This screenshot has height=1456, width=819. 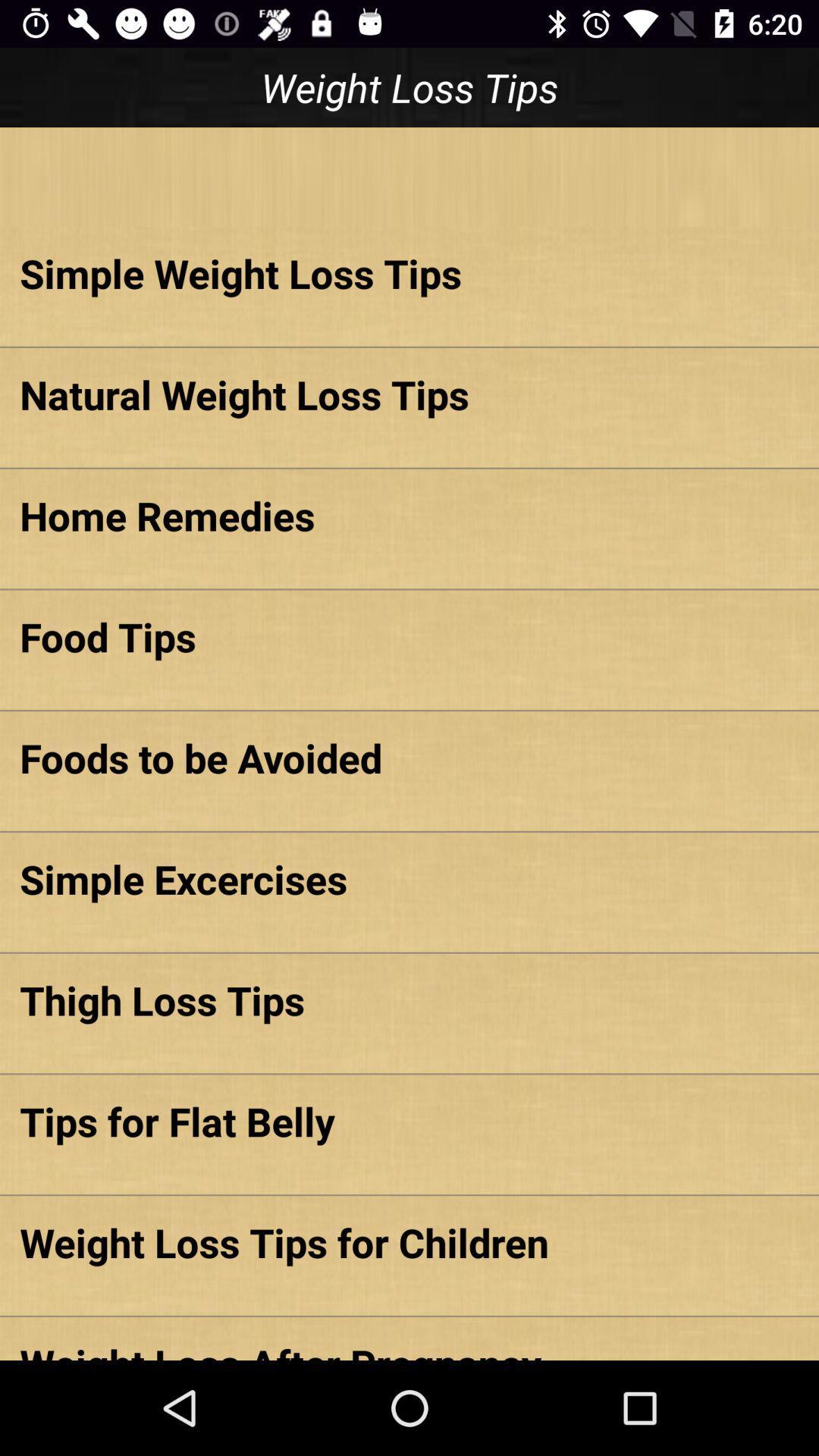 I want to click on the item below food tips, so click(x=409, y=758).